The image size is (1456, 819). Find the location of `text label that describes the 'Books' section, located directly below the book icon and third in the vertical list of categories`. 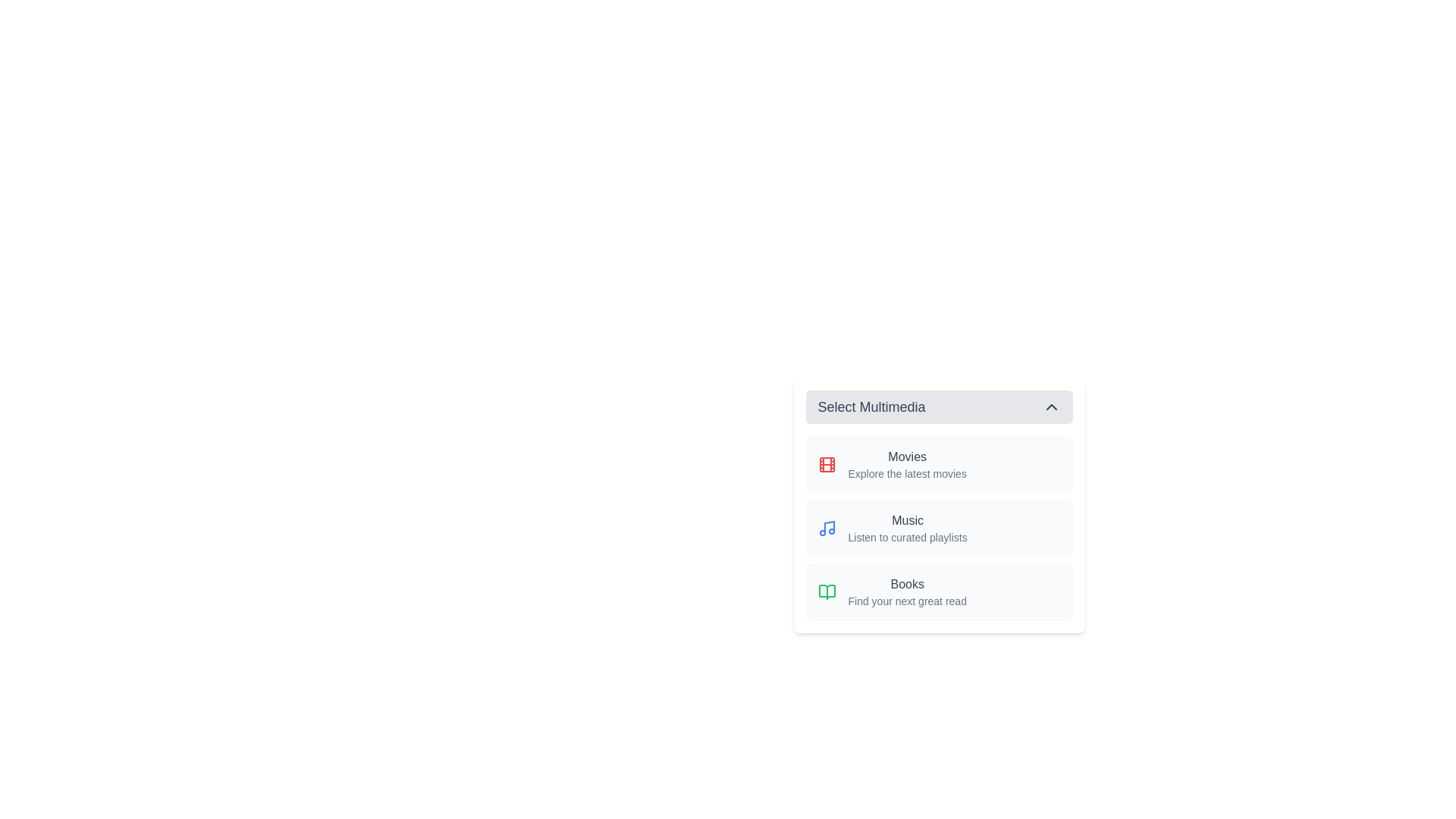

text label that describes the 'Books' section, located directly below the book icon and third in the vertical list of categories is located at coordinates (907, 591).